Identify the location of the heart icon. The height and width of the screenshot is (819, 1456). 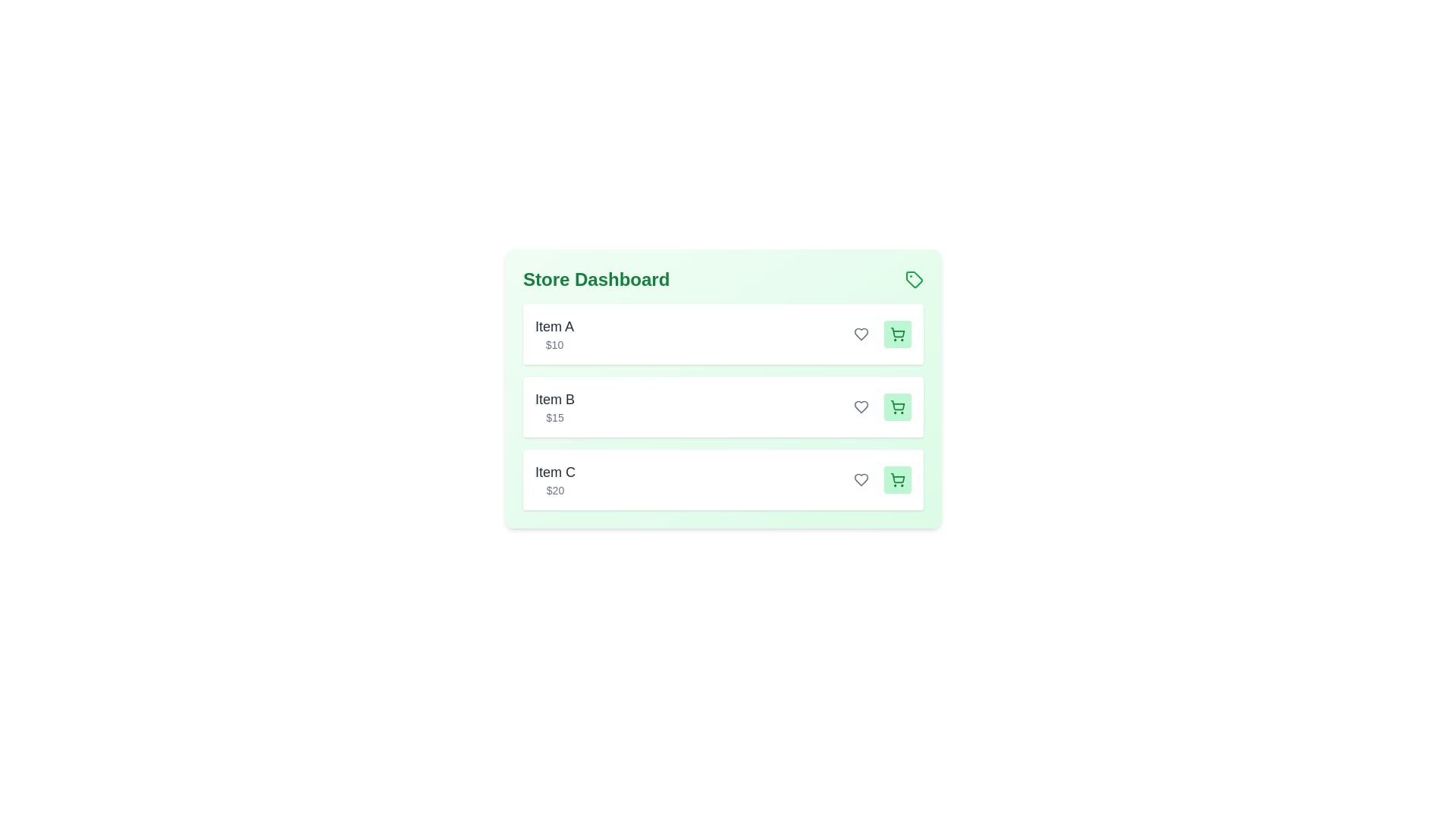
(861, 479).